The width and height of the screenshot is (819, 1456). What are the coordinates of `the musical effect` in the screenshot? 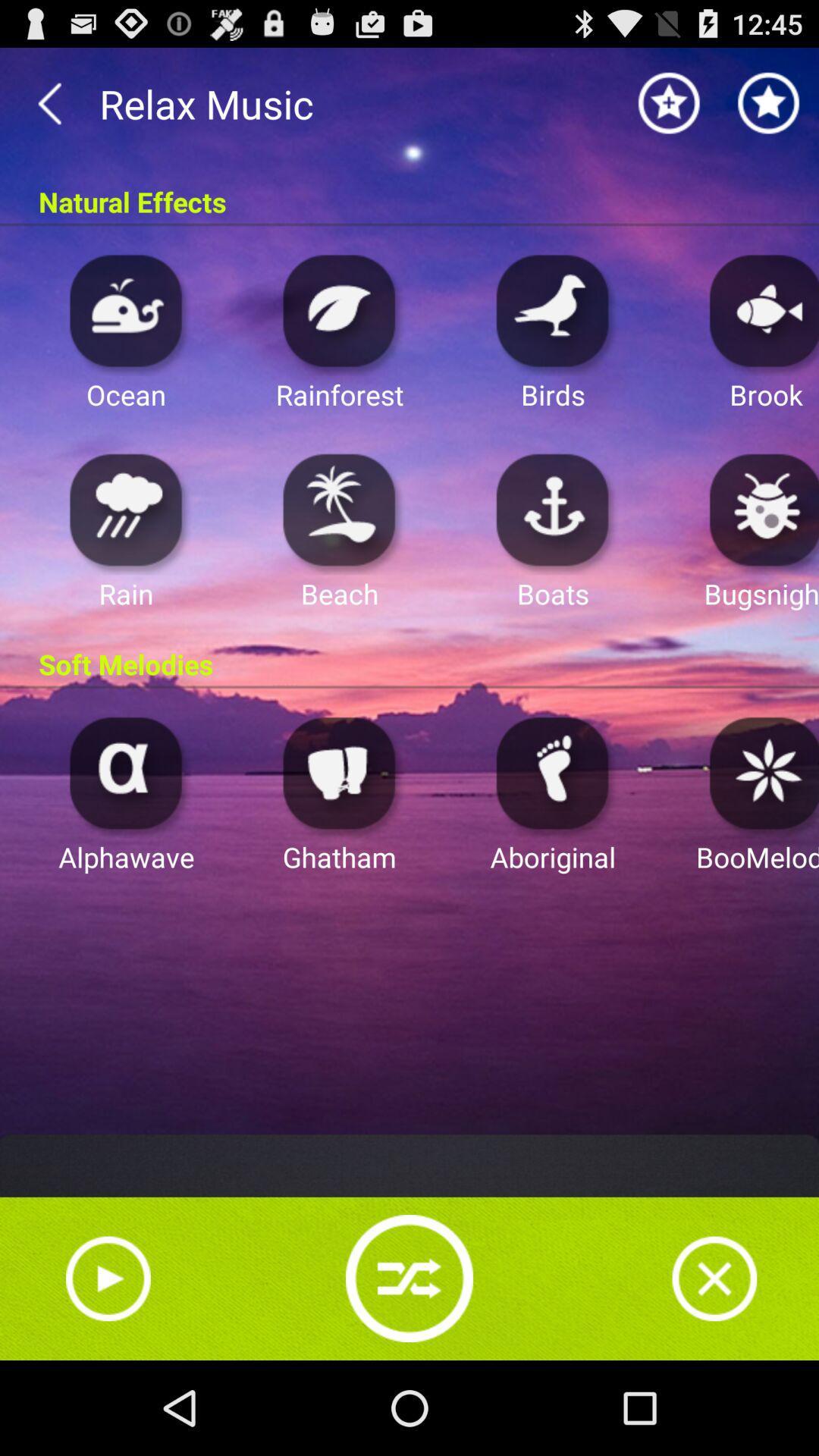 It's located at (125, 509).